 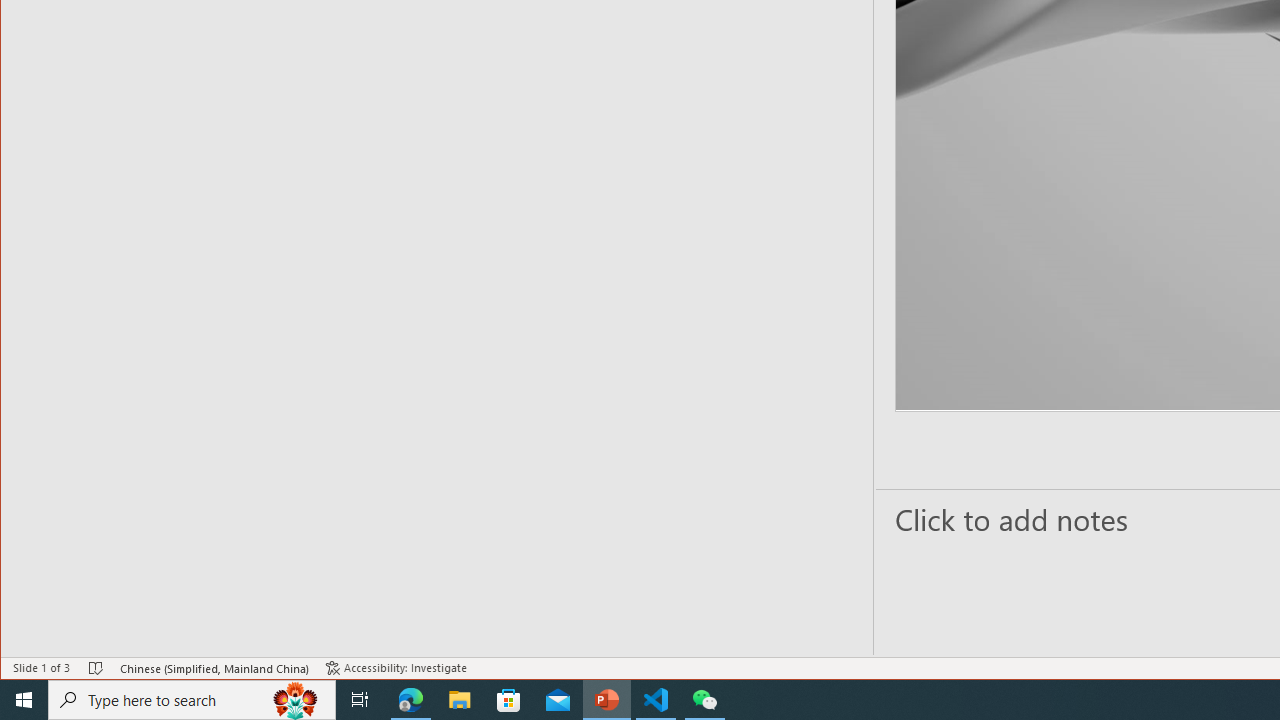 I want to click on 'Type here to search', so click(x=192, y=698).